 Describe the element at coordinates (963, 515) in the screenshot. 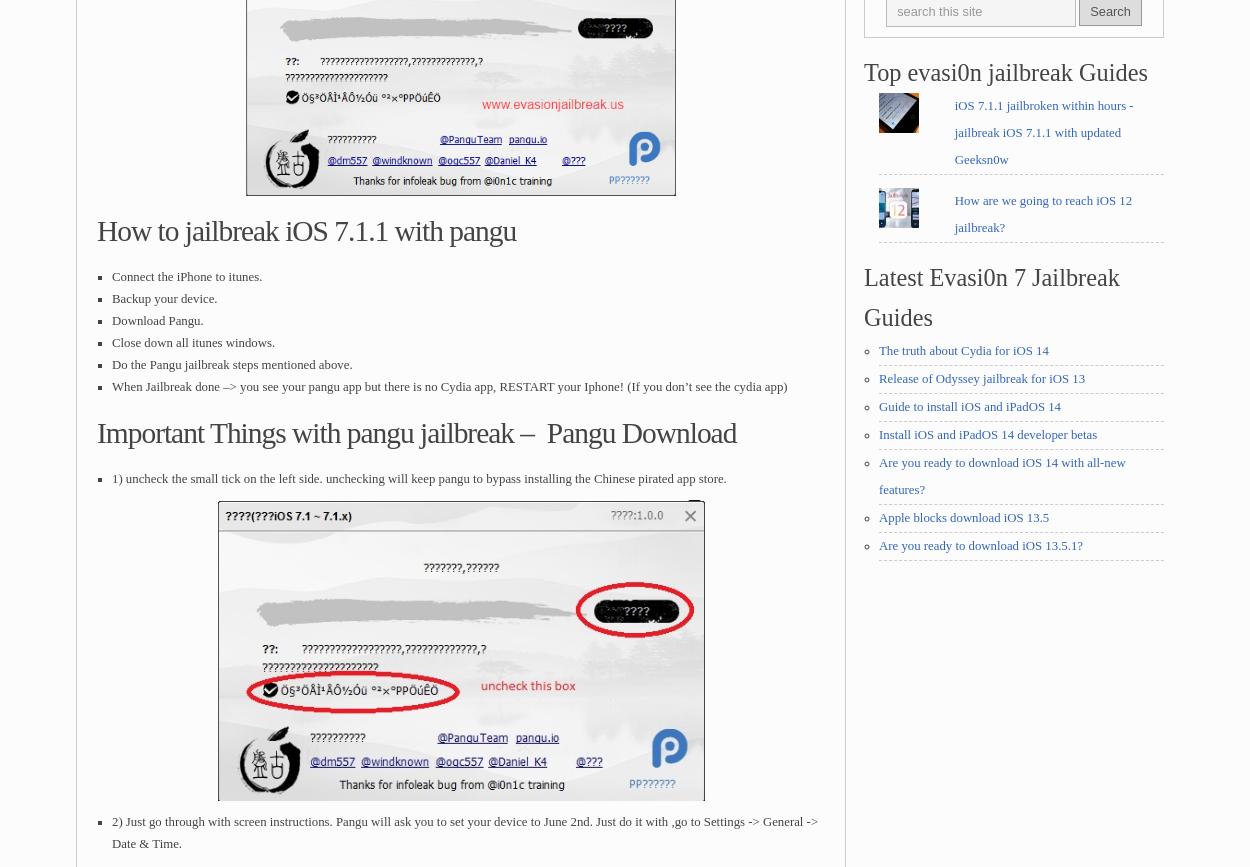

I see `'Apple blocks download iOS 13.5'` at that location.